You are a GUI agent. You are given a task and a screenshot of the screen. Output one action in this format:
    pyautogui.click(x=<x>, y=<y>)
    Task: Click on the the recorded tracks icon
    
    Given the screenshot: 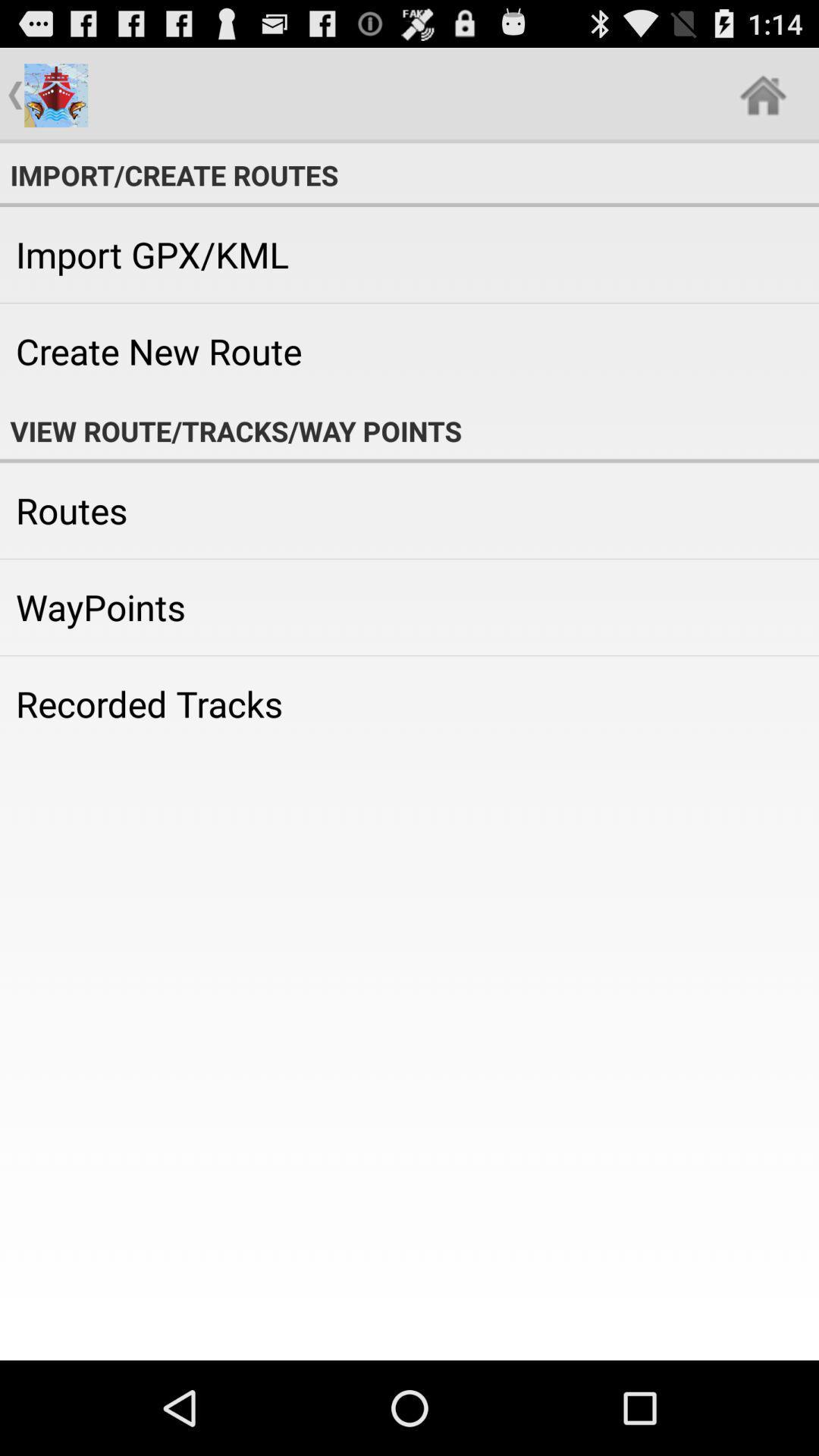 What is the action you would take?
    pyautogui.click(x=409, y=703)
    